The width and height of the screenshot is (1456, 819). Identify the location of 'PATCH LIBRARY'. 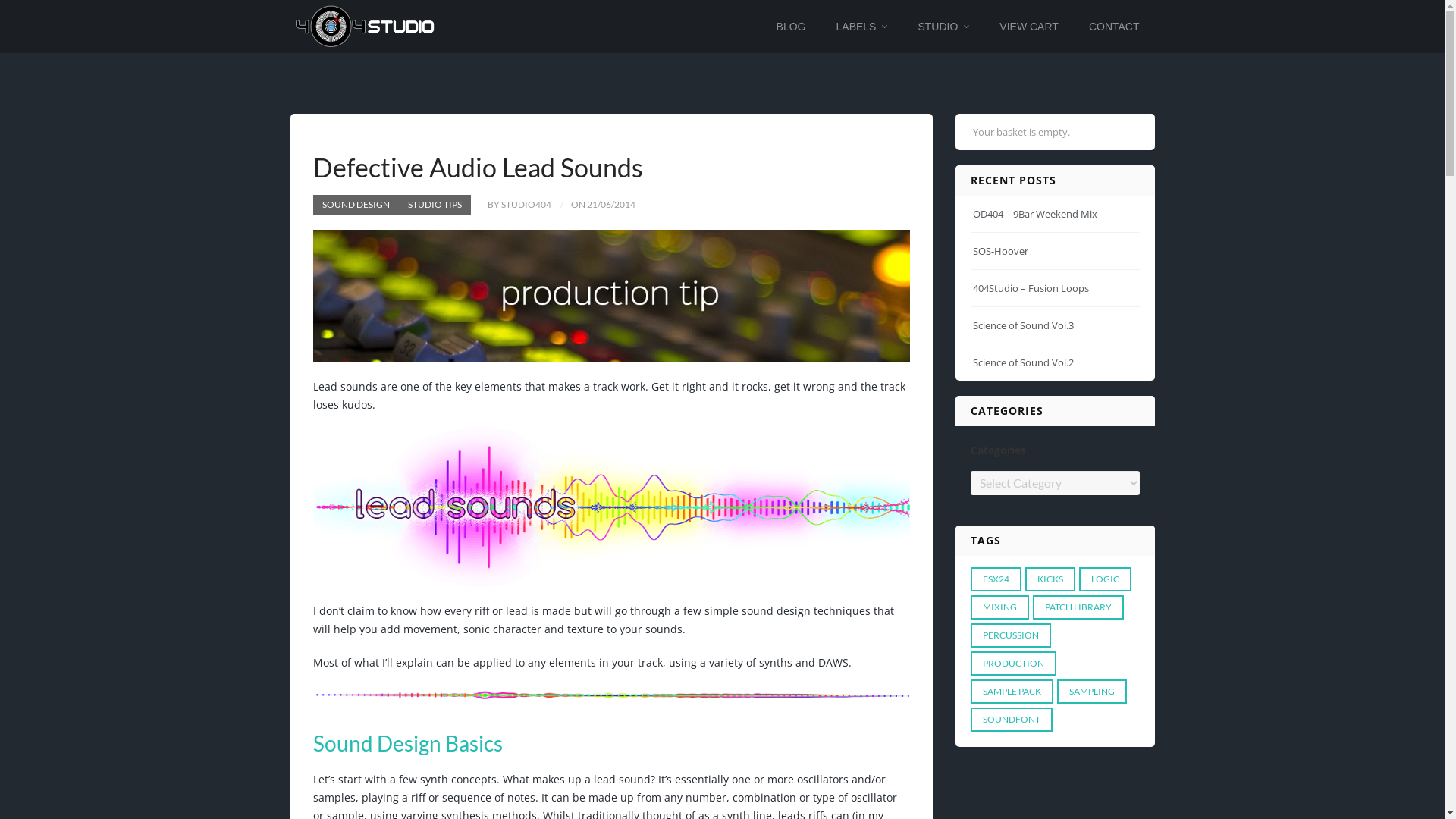
(1077, 607).